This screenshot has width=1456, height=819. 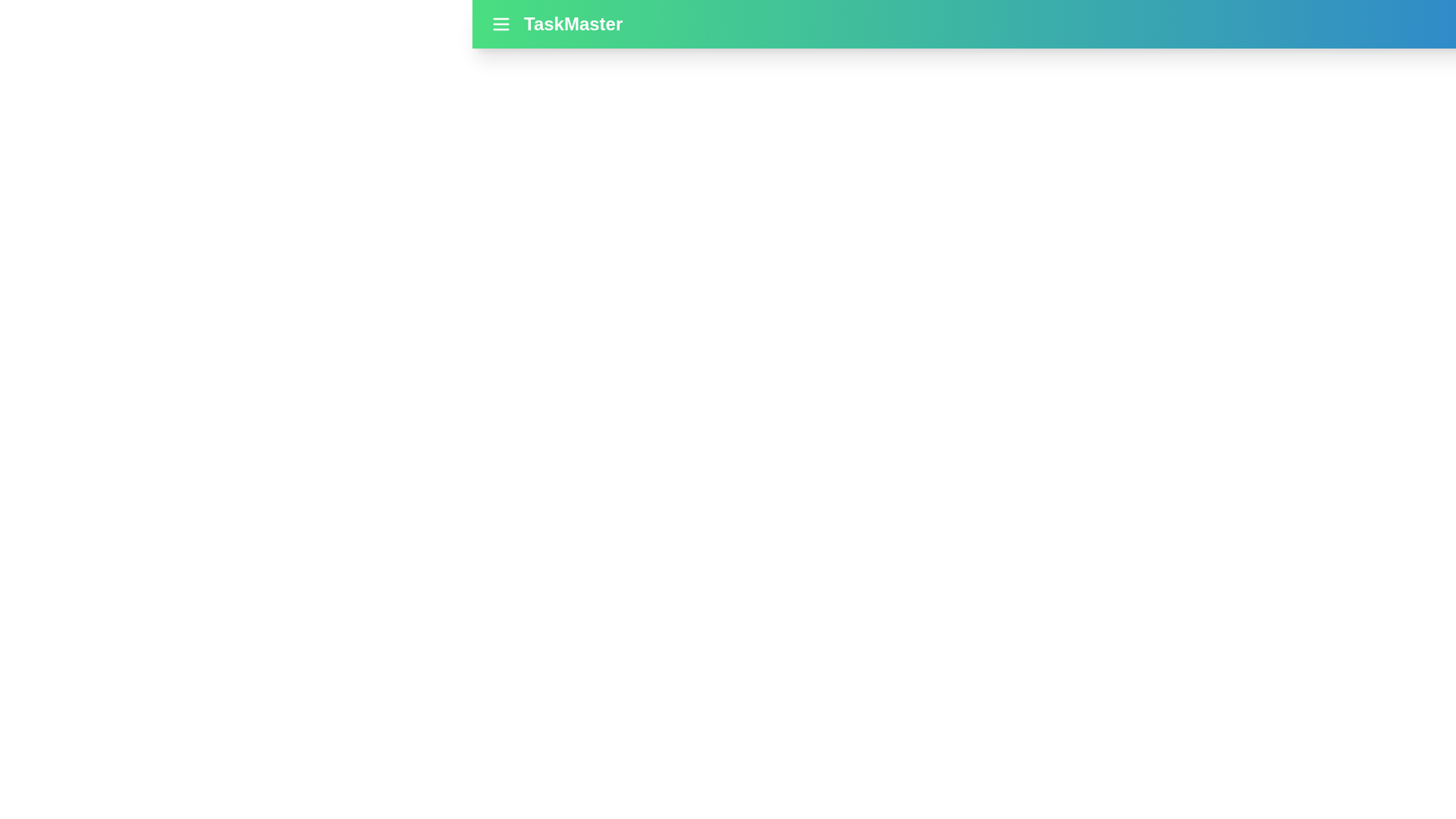 I want to click on the menu icon to open the menu, so click(x=501, y=24).